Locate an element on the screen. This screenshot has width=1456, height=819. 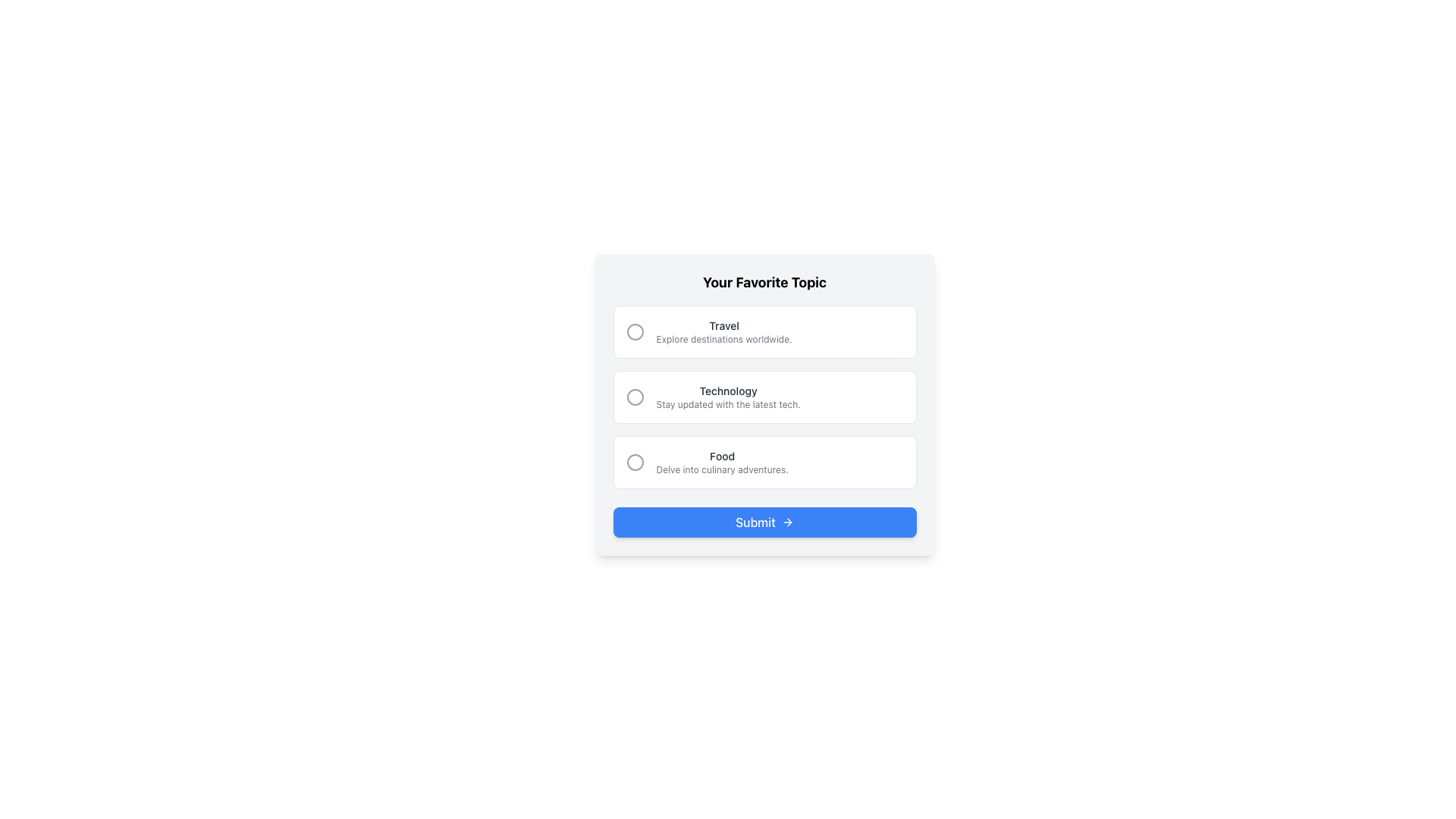
the first selectable list item titled 'Travel' with a circular gray outlined icon and bold black text is located at coordinates (764, 331).